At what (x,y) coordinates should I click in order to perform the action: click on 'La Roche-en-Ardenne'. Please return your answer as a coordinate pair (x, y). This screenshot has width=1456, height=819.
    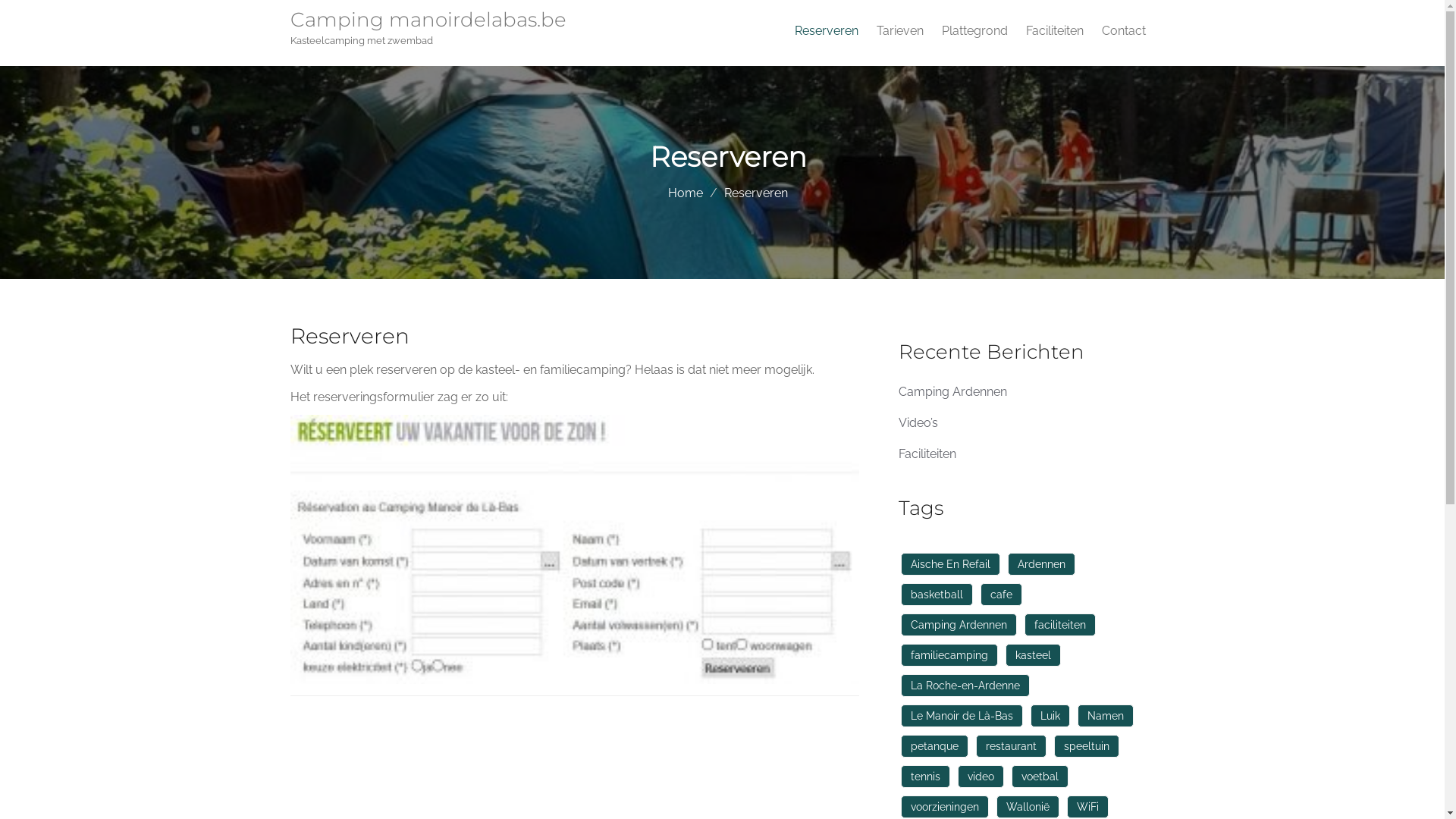
    Looking at the image, I should click on (964, 685).